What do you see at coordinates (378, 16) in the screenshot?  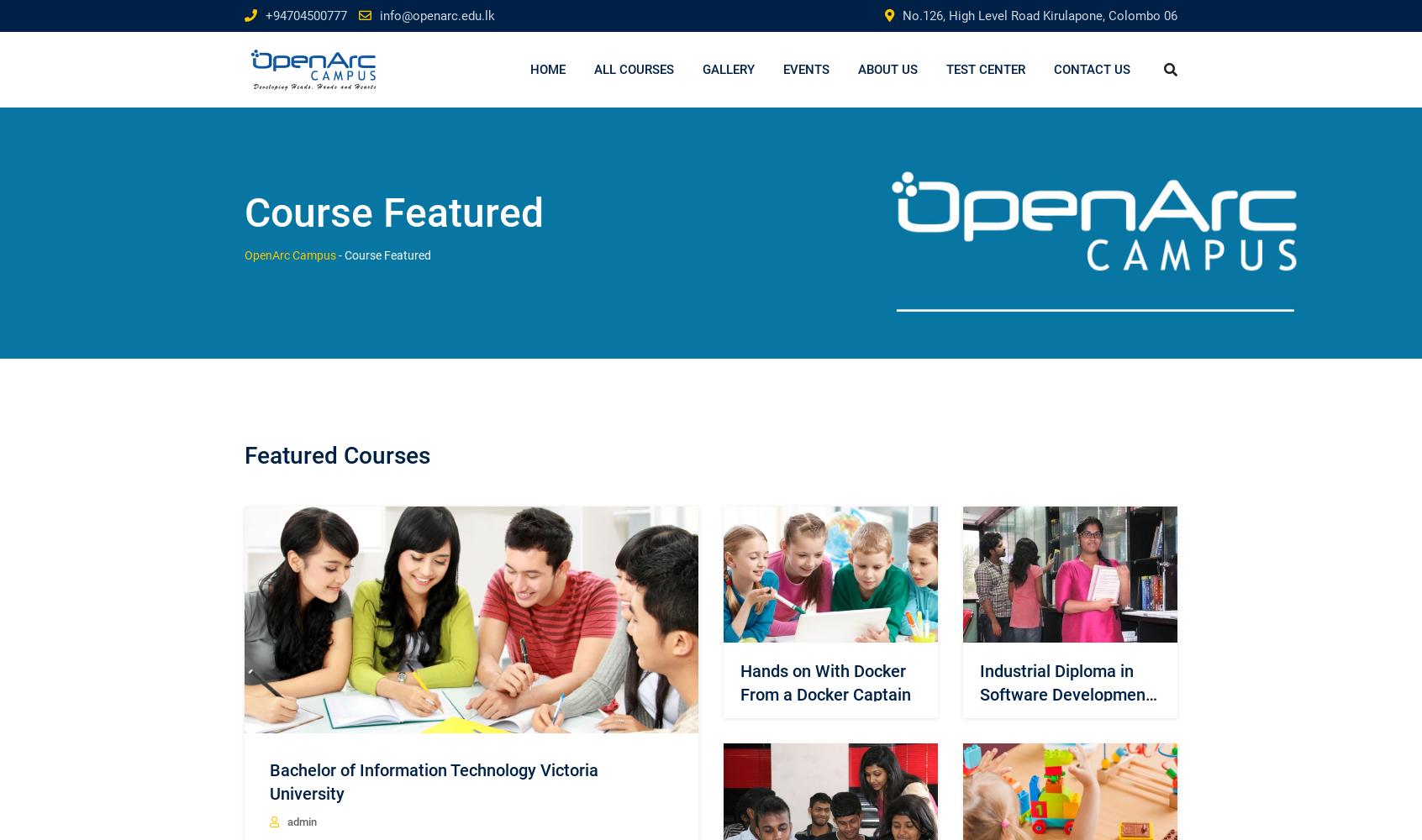 I see `'info@openarc.edu.lk'` at bounding box center [378, 16].